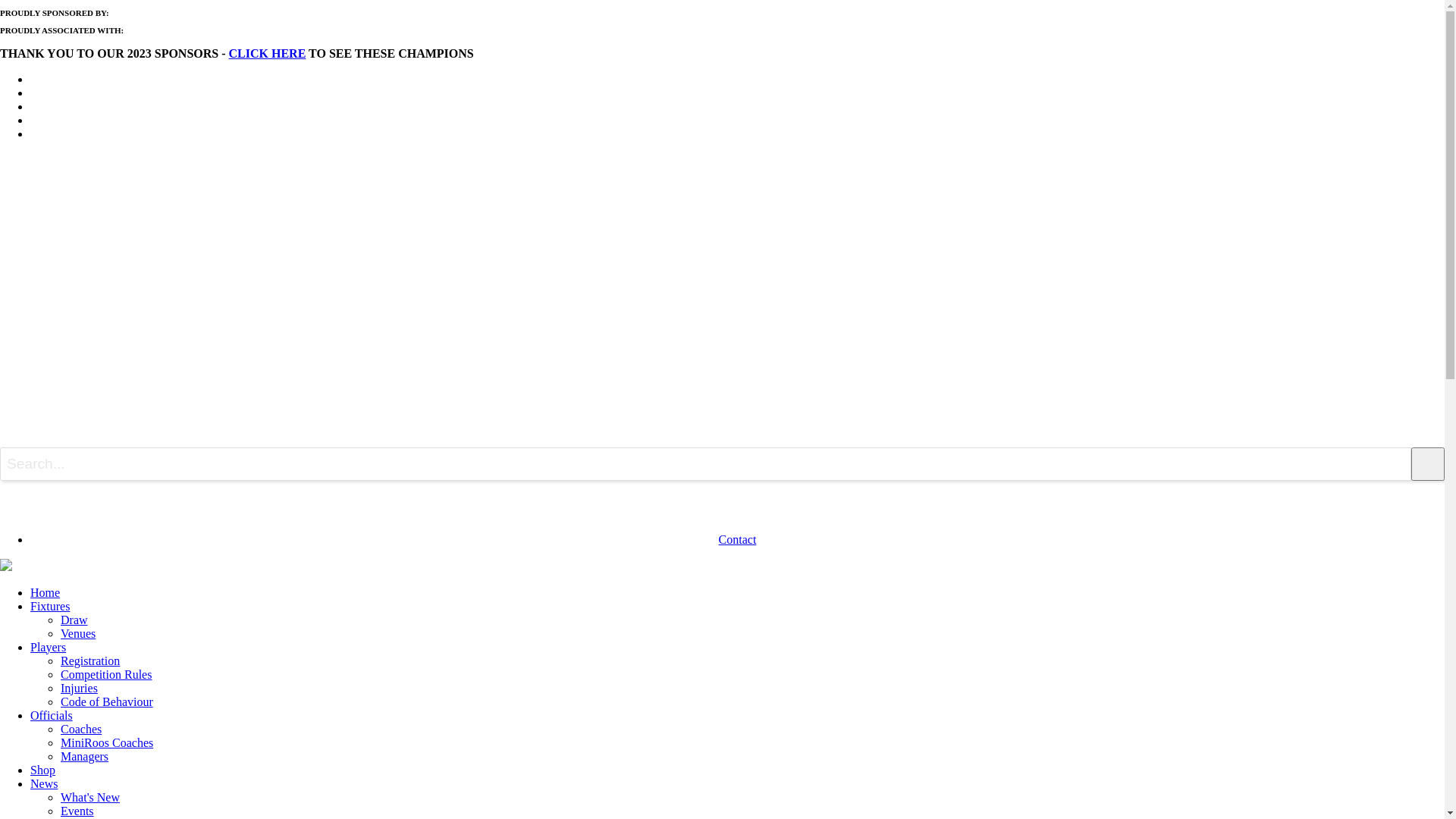 Image resolution: width=1456 pixels, height=819 pixels. What do you see at coordinates (50, 605) in the screenshot?
I see `'Fixtures'` at bounding box center [50, 605].